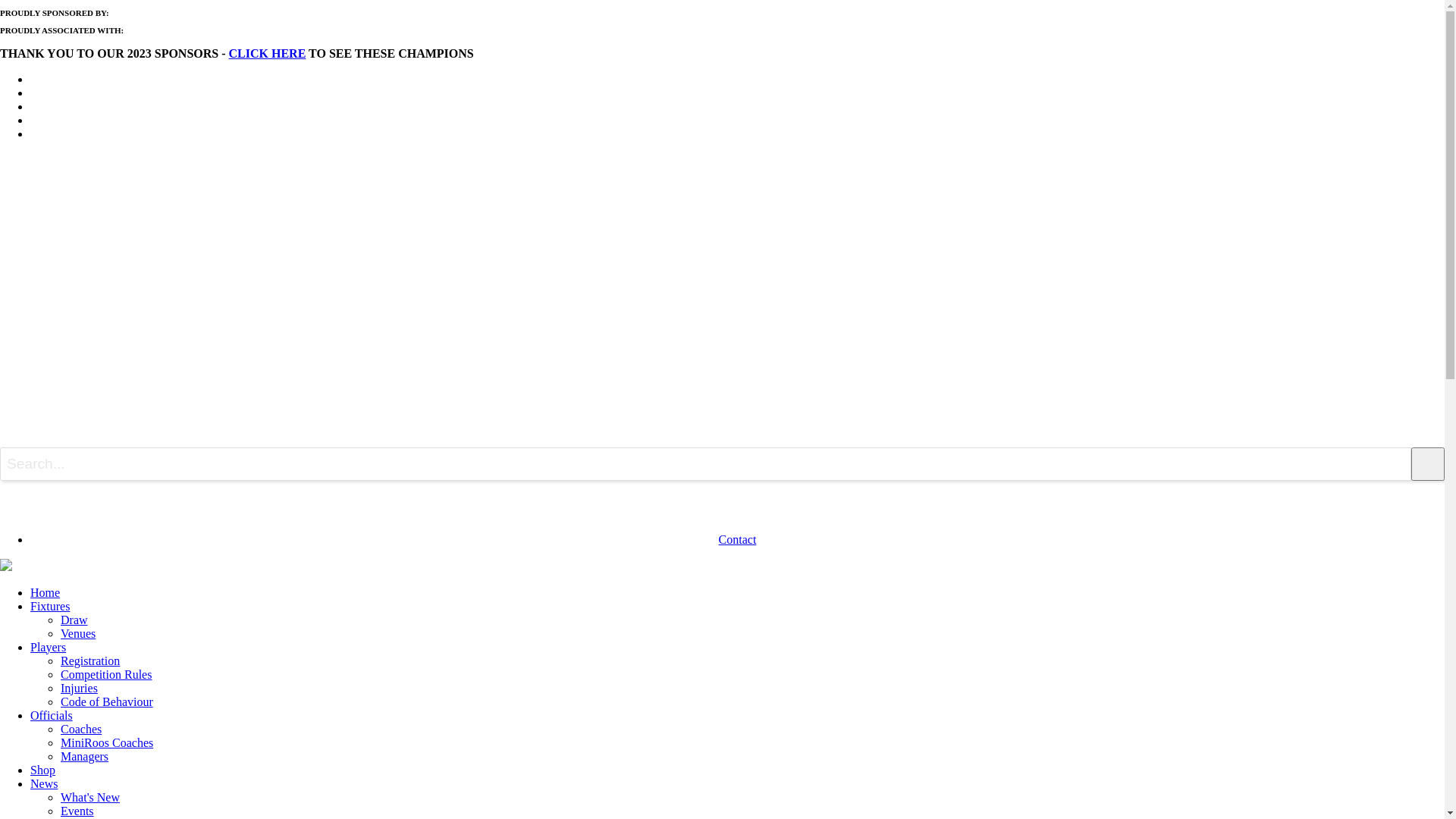 Image resolution: width=1456 pixels, height=819 pixels. What do you see at coordinates (50, 605) in the screenshot?
I see `'Fixtures'` at bounding box center [50, 605].